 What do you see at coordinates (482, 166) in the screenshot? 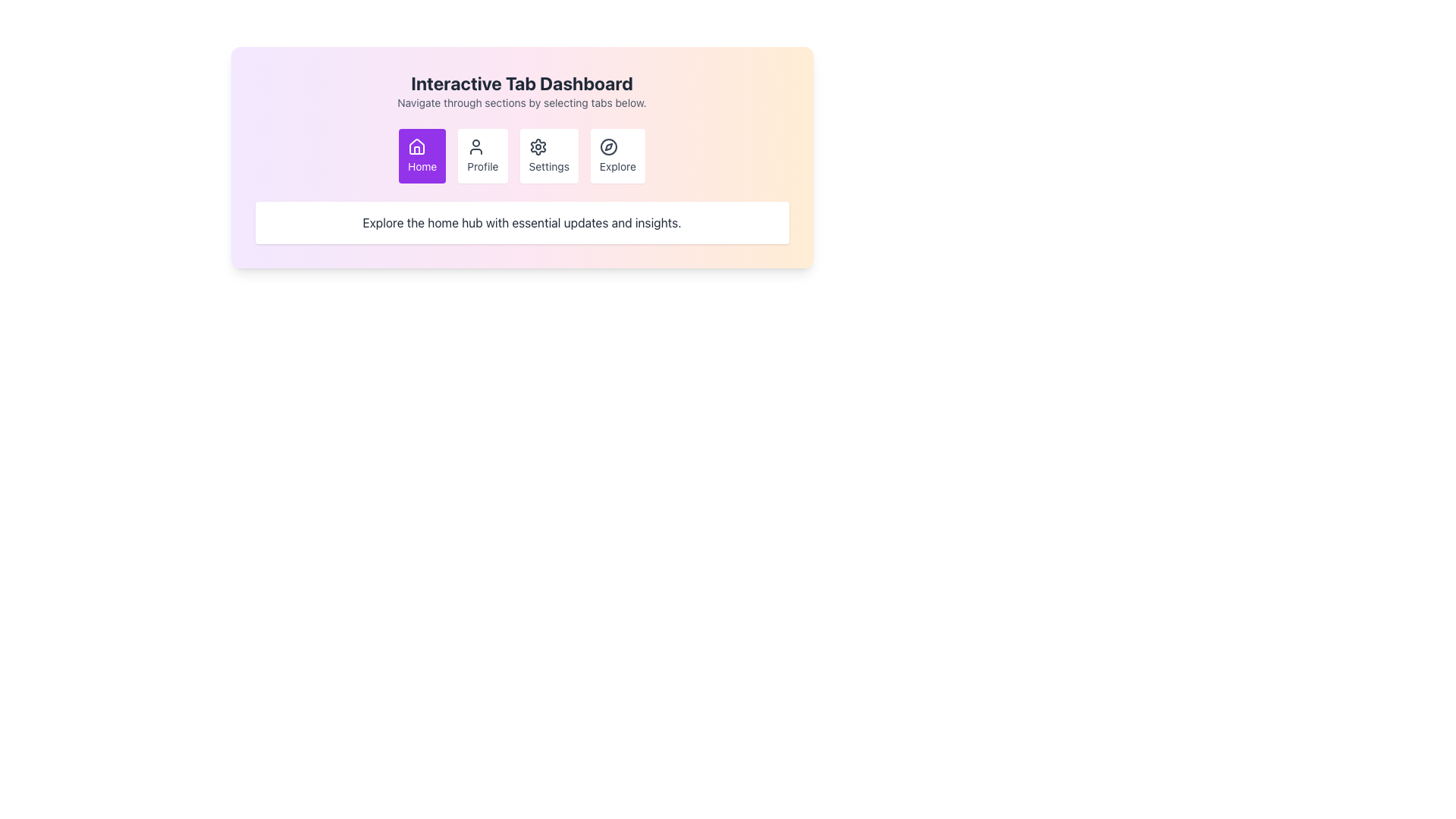
I see `text from the label that identifies the profile button functionality located below the user icon in the second position of the row of interactive icons` at bounding box center [482, 166].